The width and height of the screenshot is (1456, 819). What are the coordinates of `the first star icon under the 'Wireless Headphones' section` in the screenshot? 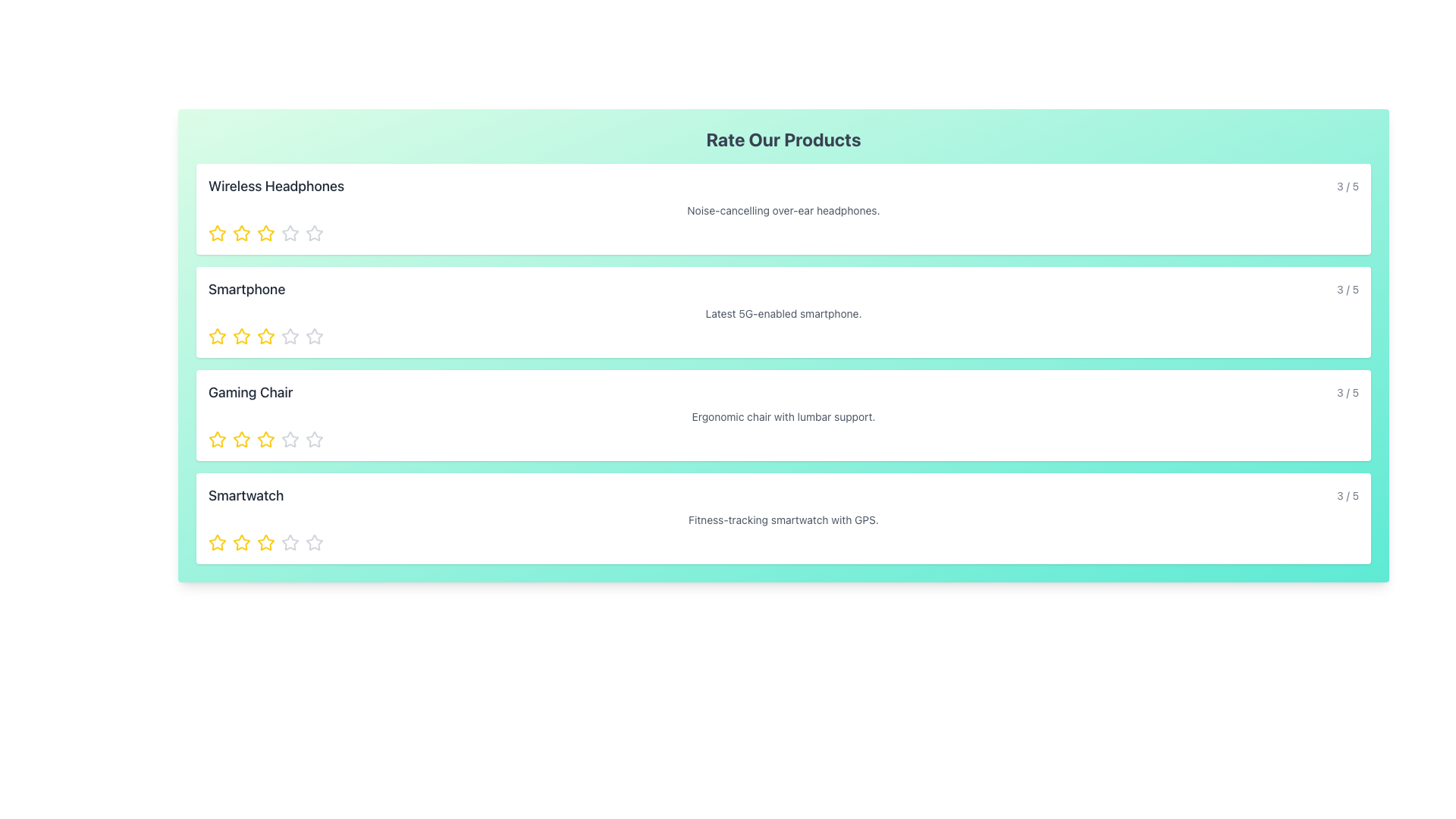 It's located at (217, 233).